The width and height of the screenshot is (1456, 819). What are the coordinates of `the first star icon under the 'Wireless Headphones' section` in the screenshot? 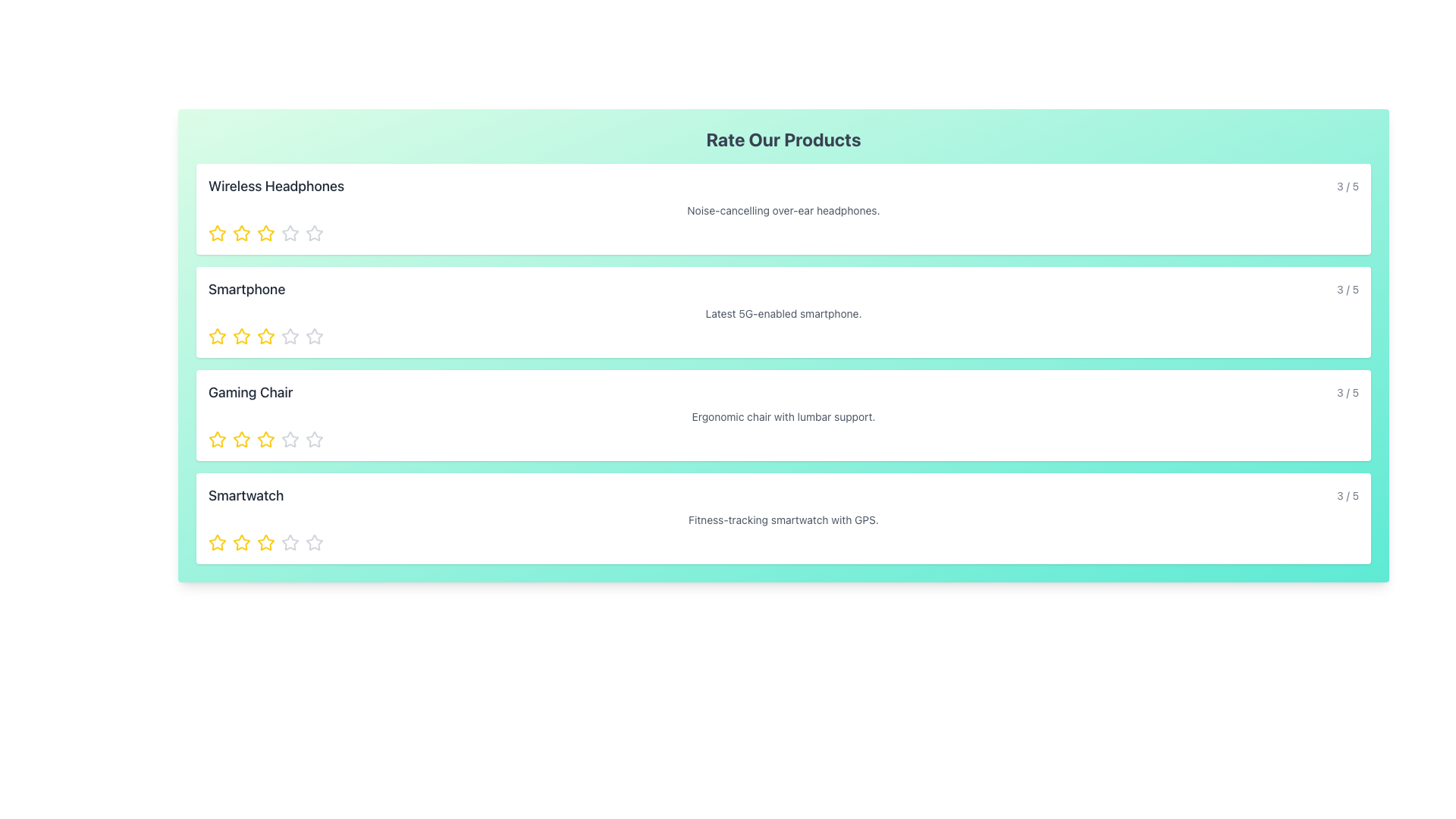 It's located at (217, 233).